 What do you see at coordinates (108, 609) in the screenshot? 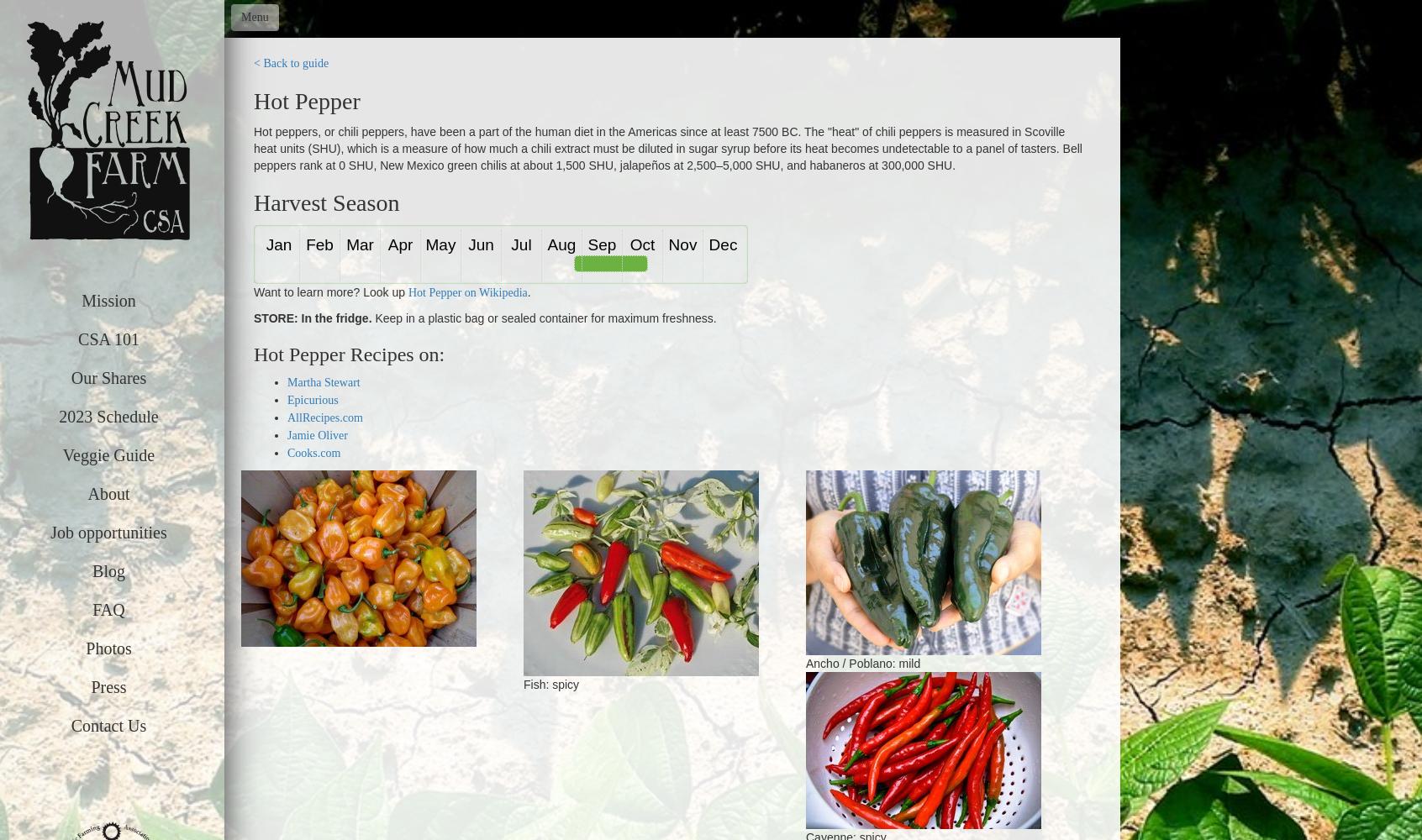
I see `'FAQ'` at bounding box center [108, 609].